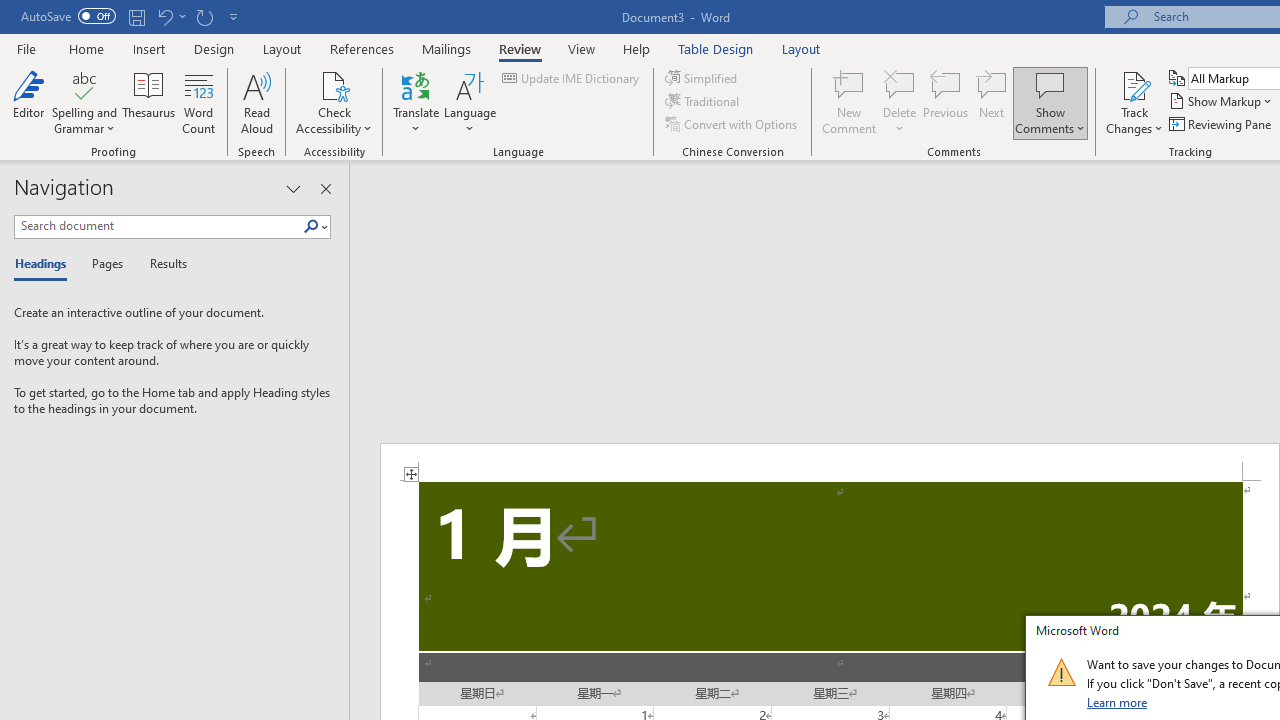 The height and width of the screenshot is (720, 1280). What do you see at coordinates (255, 103) in the screenshot?
I see `'Read Aloud'` at bounding box center [255, 103].